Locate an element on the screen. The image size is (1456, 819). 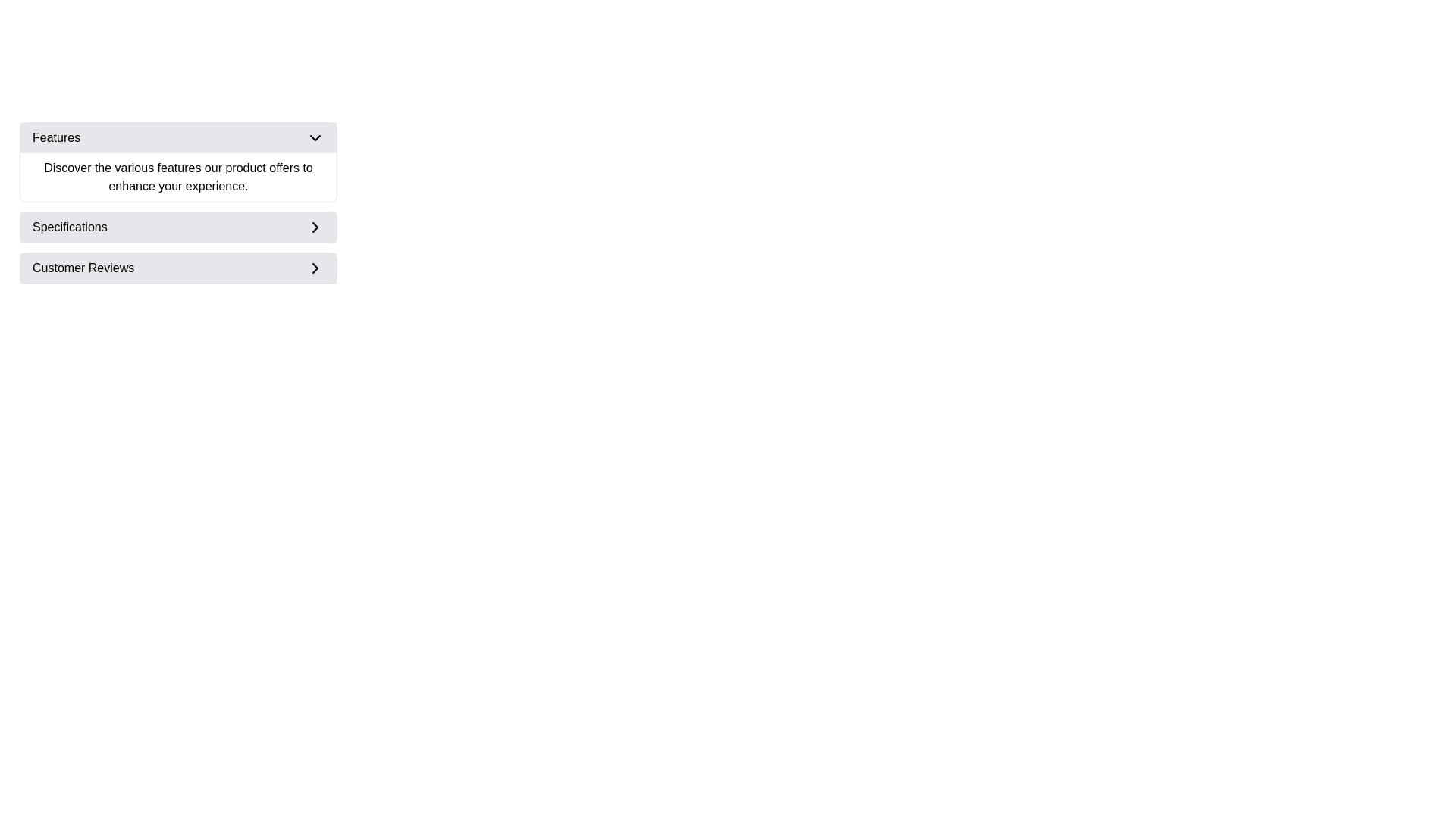
the 'Customer Reviews' label, which is displayed in a bold or regular black font on a light-gray background rectangle, located near the bottom of a vertical list, underneath the 'Specifications' element is located at coordinates (83, 268).